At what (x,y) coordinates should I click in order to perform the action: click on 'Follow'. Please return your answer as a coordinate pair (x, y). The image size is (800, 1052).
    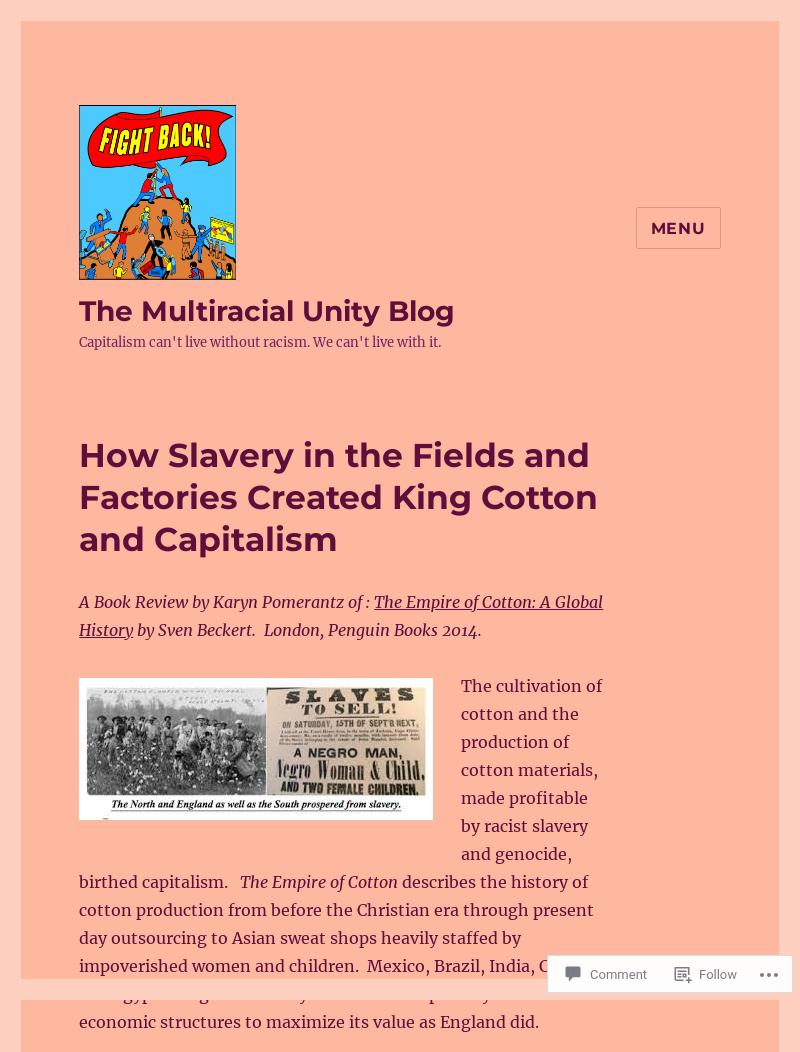
    Looking at the image, I should click on (717, 972).